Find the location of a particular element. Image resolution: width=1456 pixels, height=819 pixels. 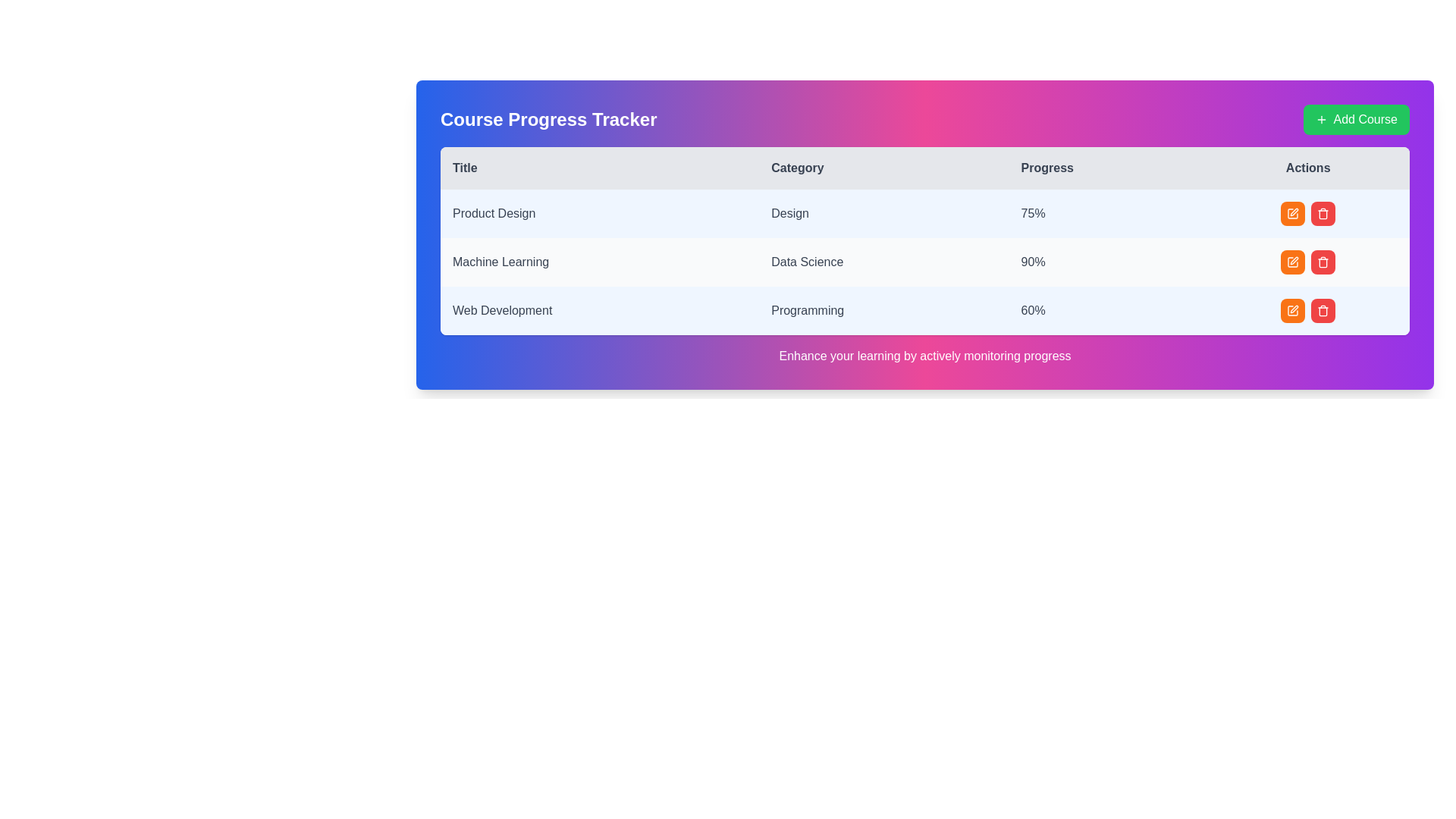

the delete button located in the 'Actions' column of the second row in the table is located at coordinates (1323, 262).